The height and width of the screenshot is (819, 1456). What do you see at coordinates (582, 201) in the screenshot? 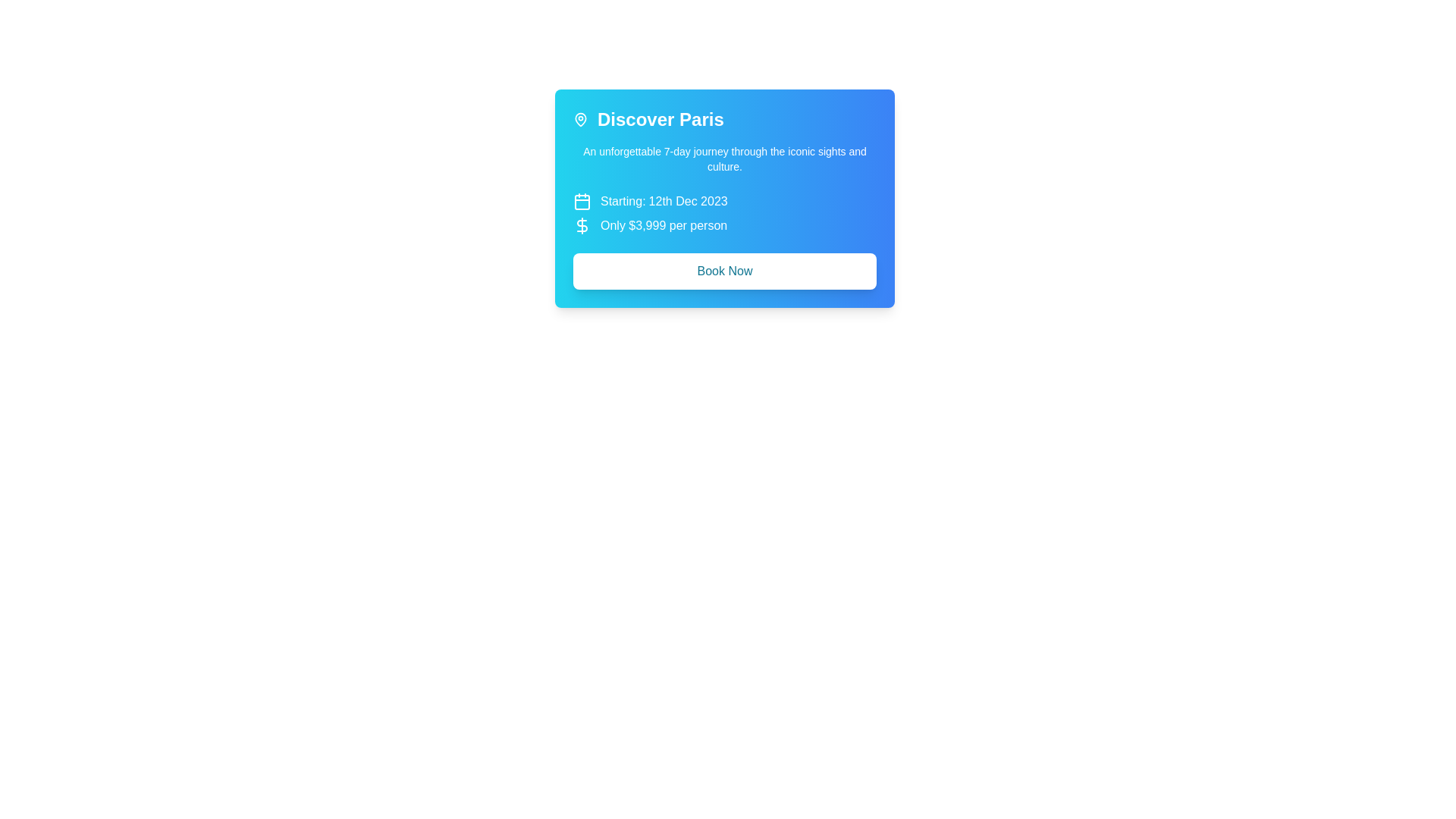
I see `the calendar icon, which is styled with a rectangular outline and two vertical bars, located to the left of the text 'Starting: 12th Dec 2023'` at bounding box center [582, 201].